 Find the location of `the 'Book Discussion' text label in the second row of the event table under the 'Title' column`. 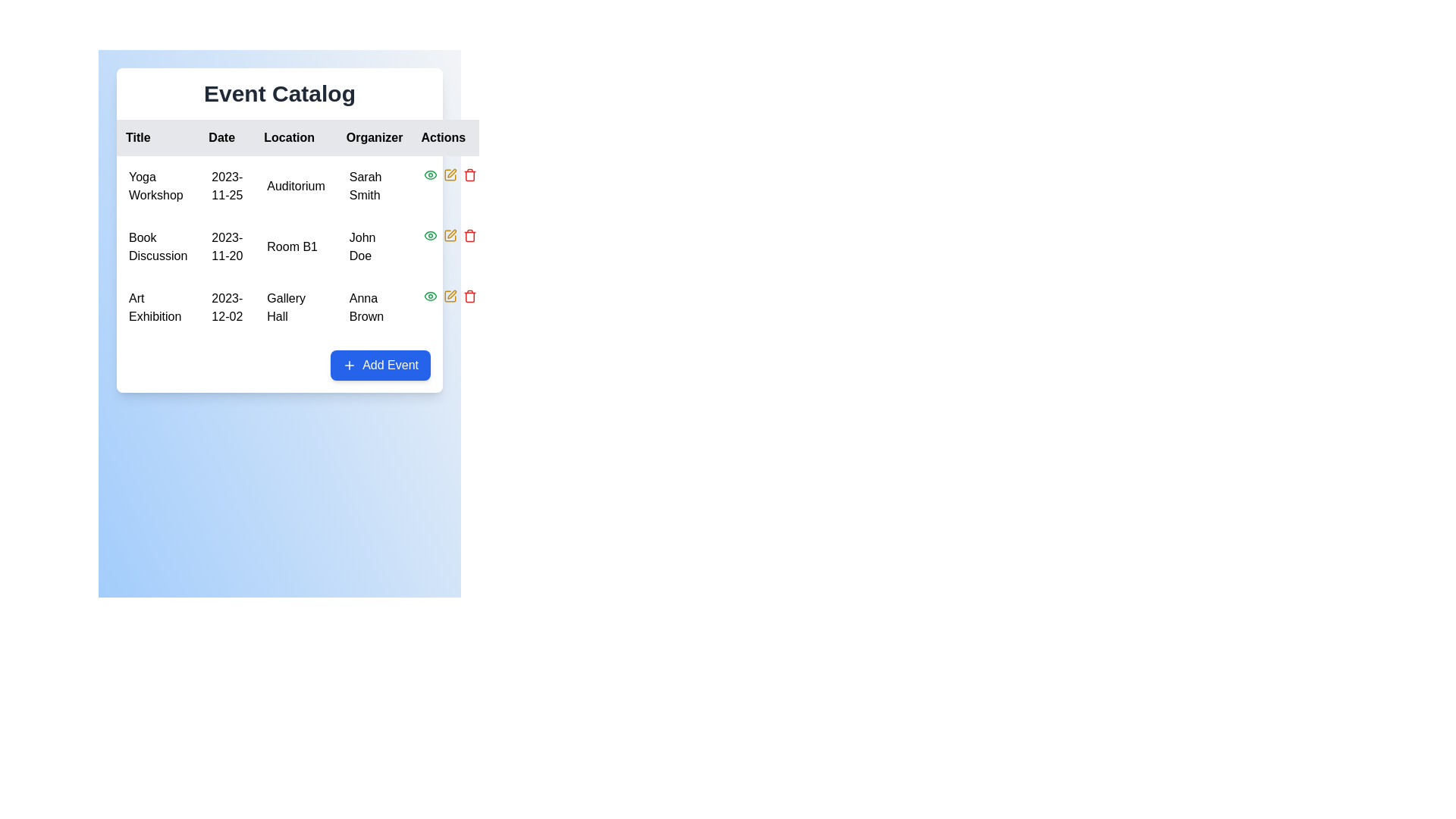

the 'Book Discussion' text label in the second row of the event table under the 'Title' column is located at coordinates (158, 246).